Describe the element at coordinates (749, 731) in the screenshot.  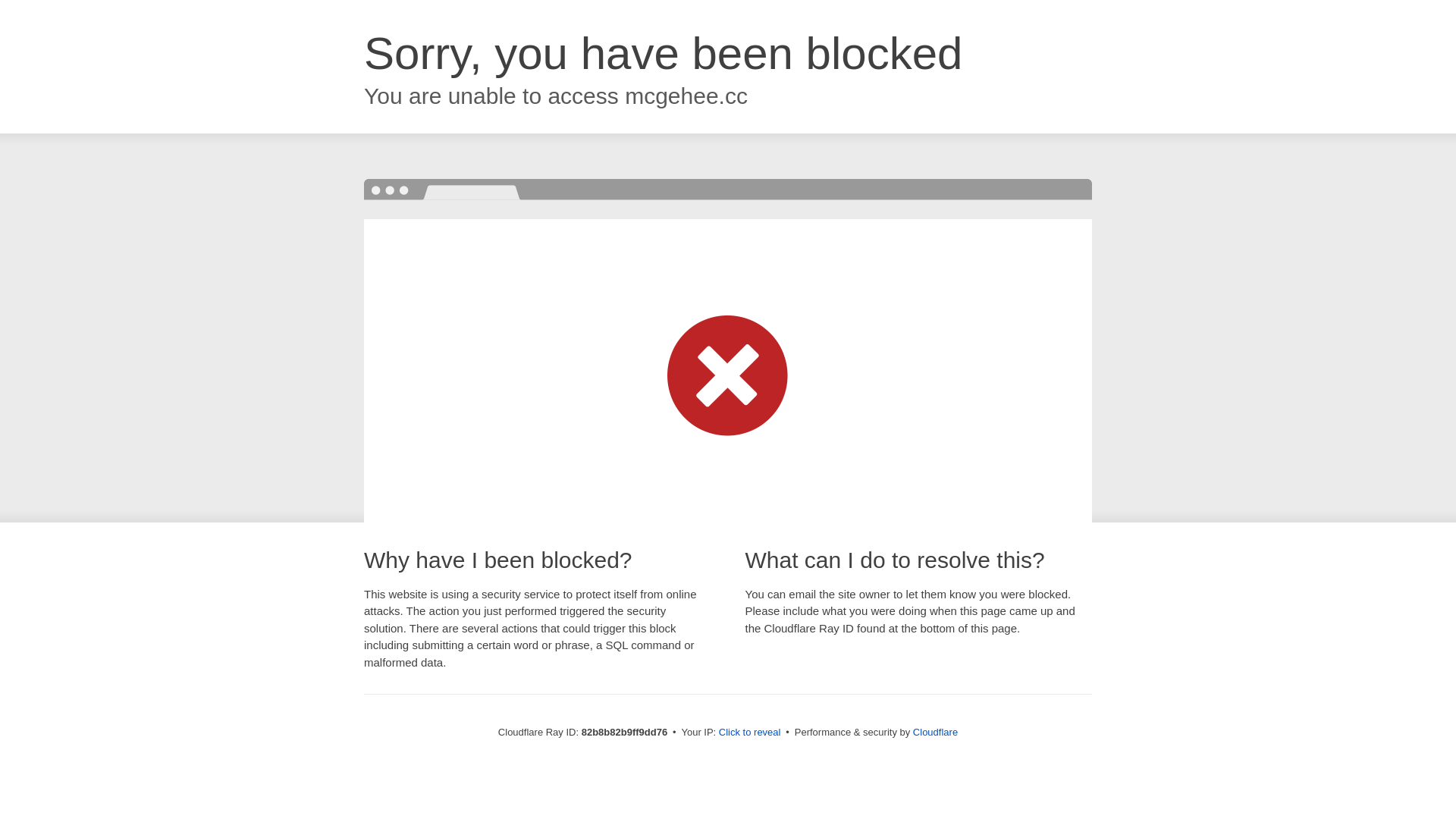
I see `'Click to reveal'` at that location.